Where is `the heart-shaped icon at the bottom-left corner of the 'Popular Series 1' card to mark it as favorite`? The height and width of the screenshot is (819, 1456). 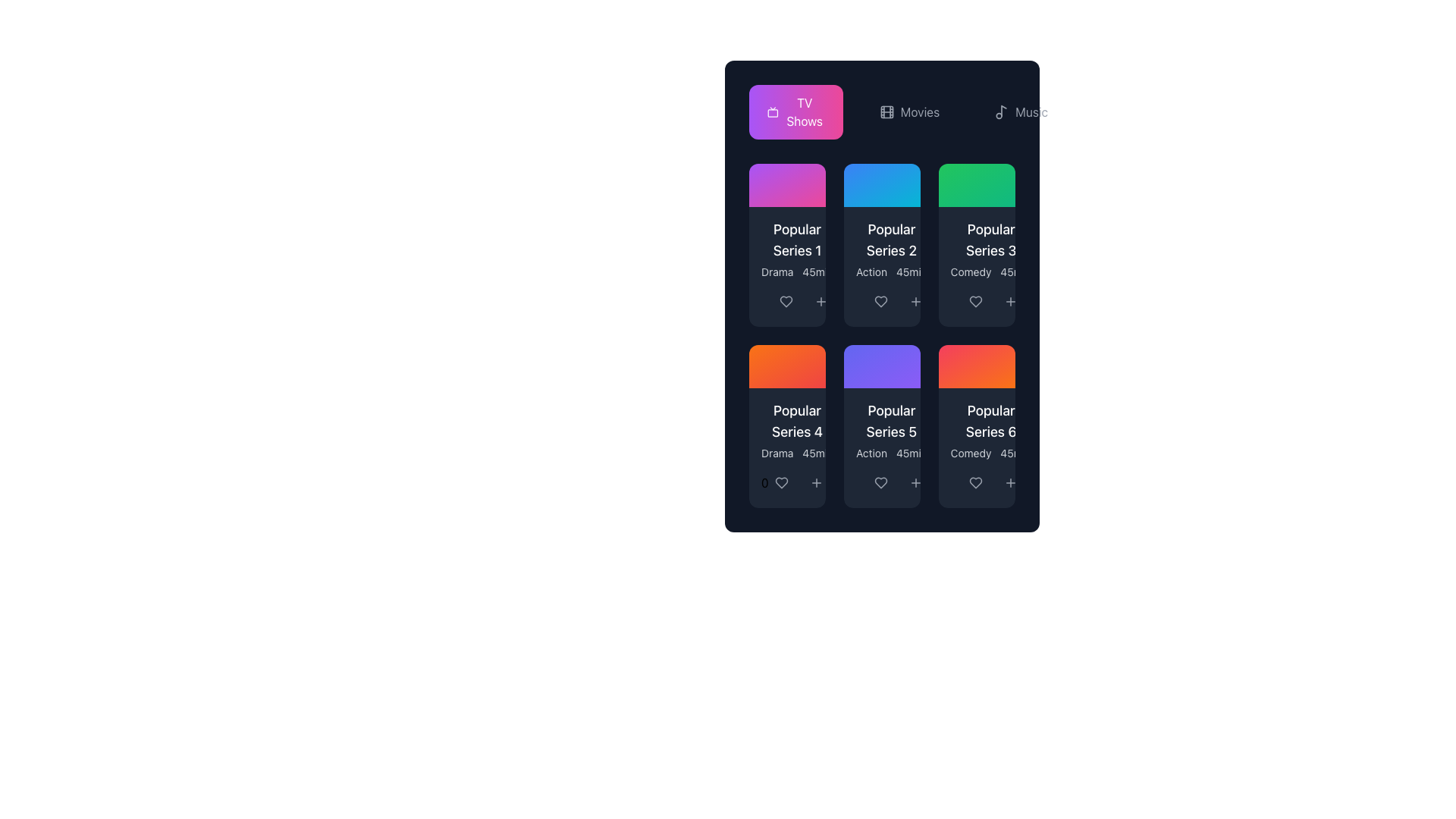 the heart-shaped icon at the bottom-left corner of the 'Popular Series 1' card to mark it as favorite is located at coordinates (786, 301).